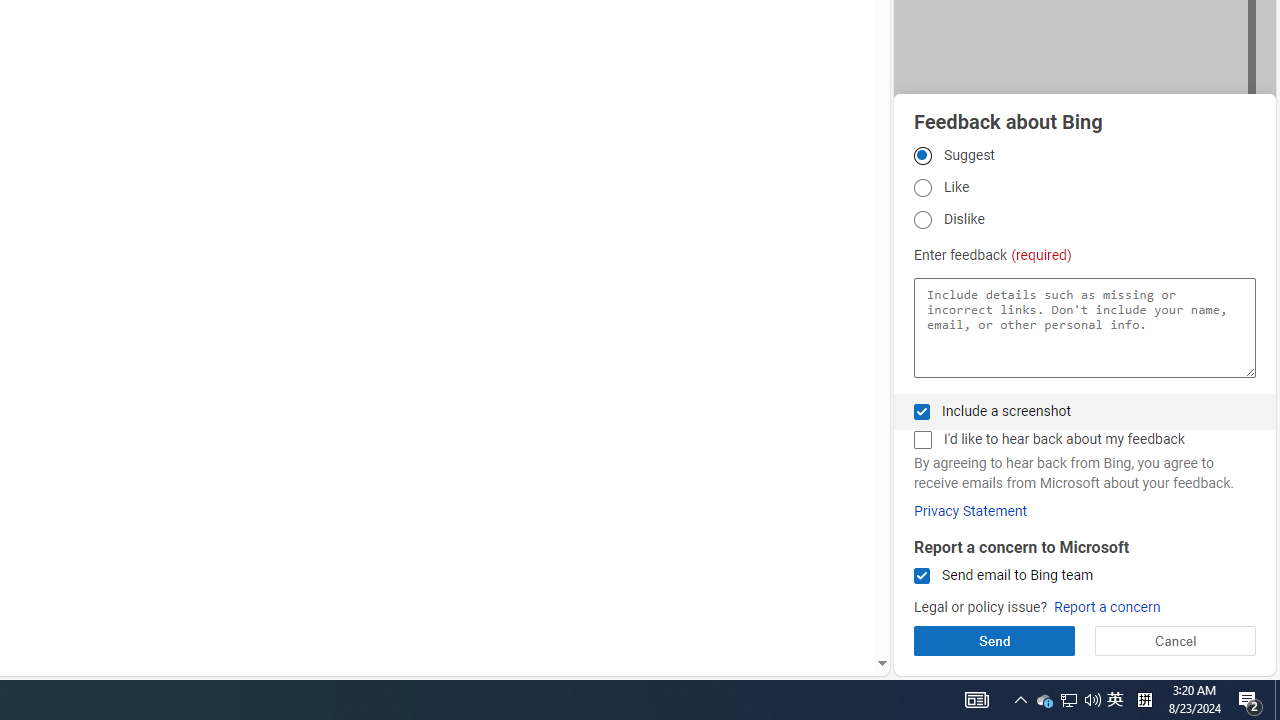 This screenshot has width=1280, height=720. What do you see at coordinates (1175, 640) in the screenshot?
I see `'Cancel'` at bounding box center [1175, 640].